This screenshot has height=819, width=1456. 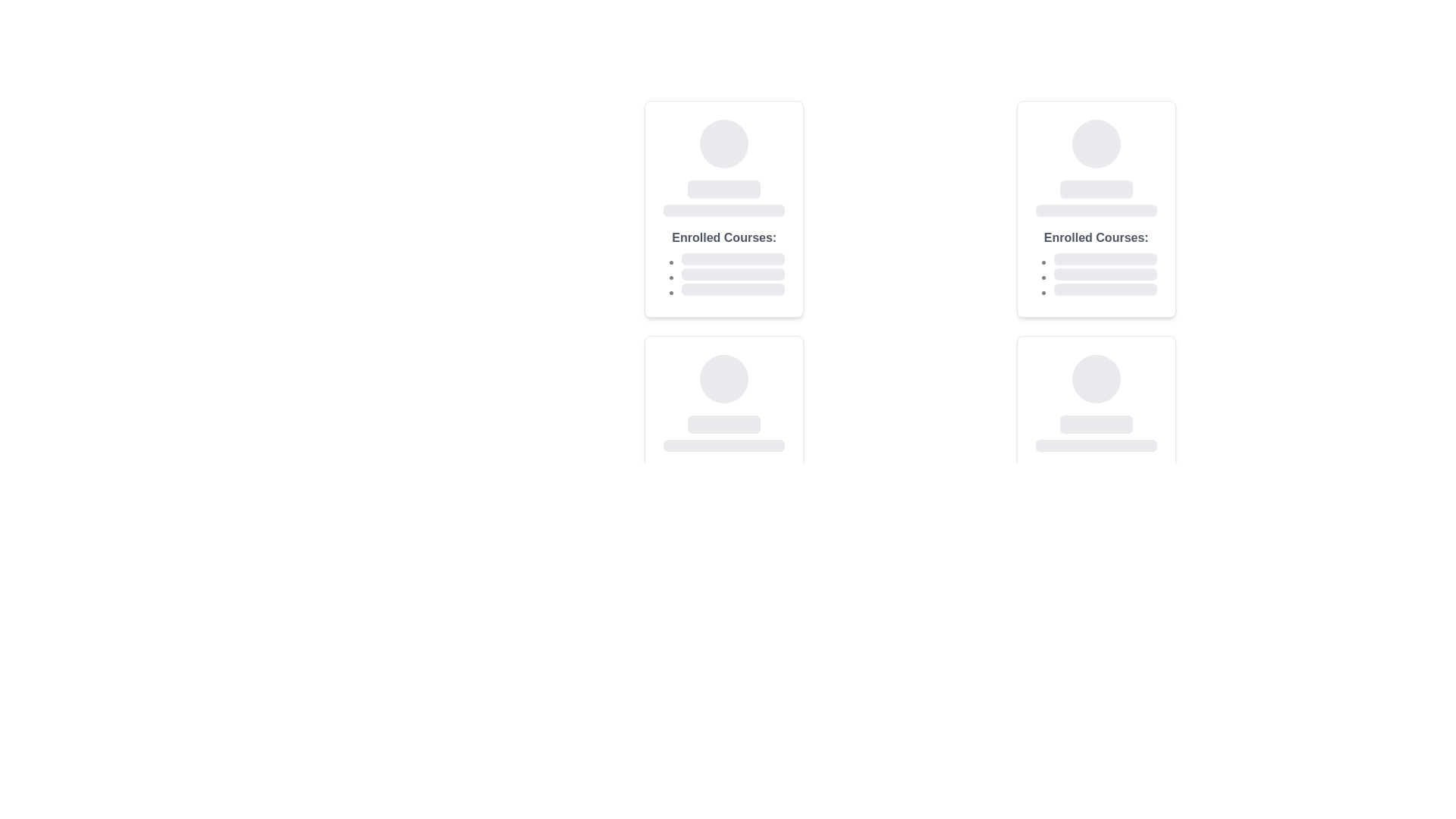 I want to click on the second Loading Placeholder element in the list of loading placeholders under 'Enrolled Courses:', so click(x=733, y=275).